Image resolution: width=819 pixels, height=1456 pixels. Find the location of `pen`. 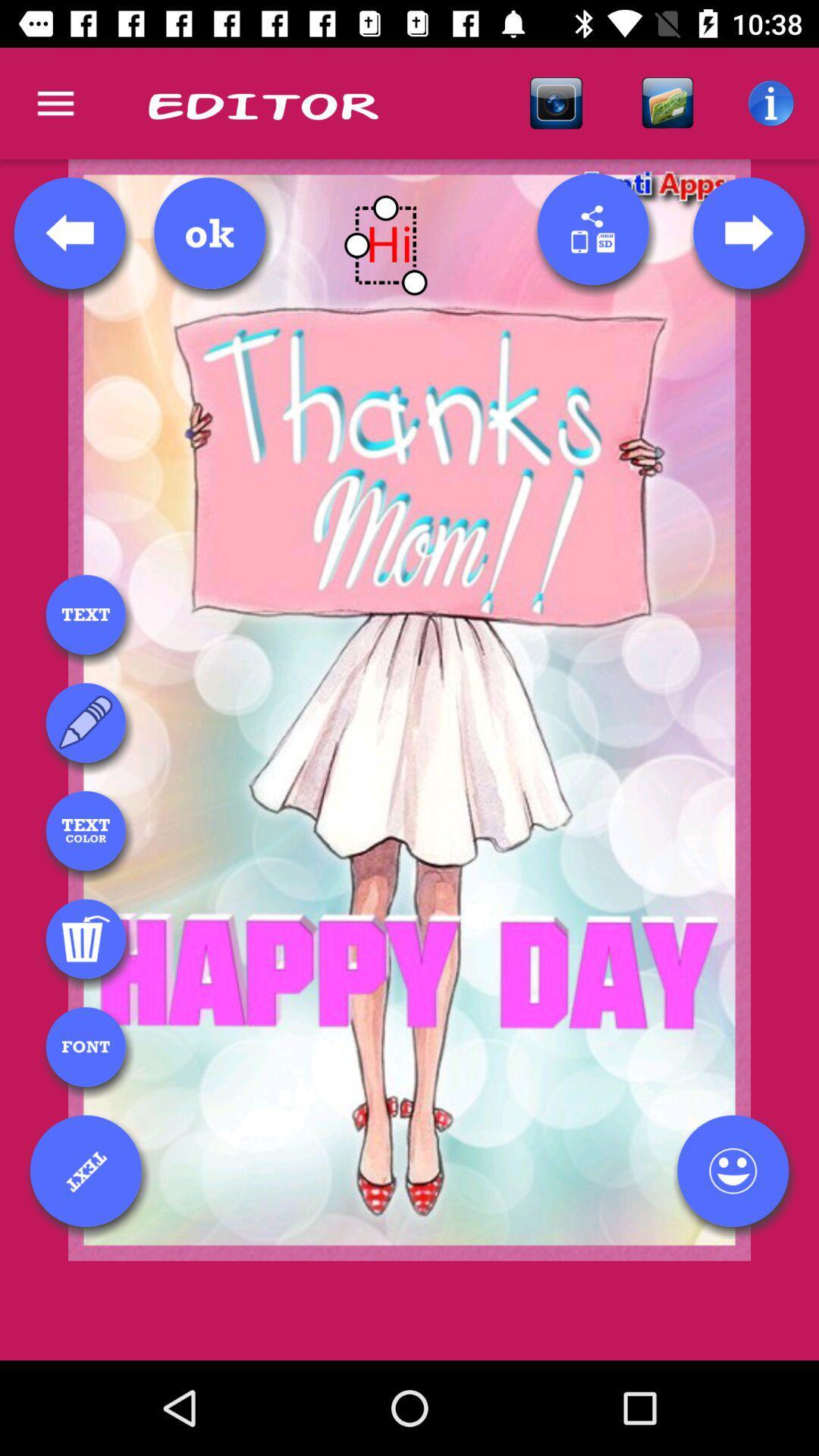

pen is located at coordinates (86, 722).